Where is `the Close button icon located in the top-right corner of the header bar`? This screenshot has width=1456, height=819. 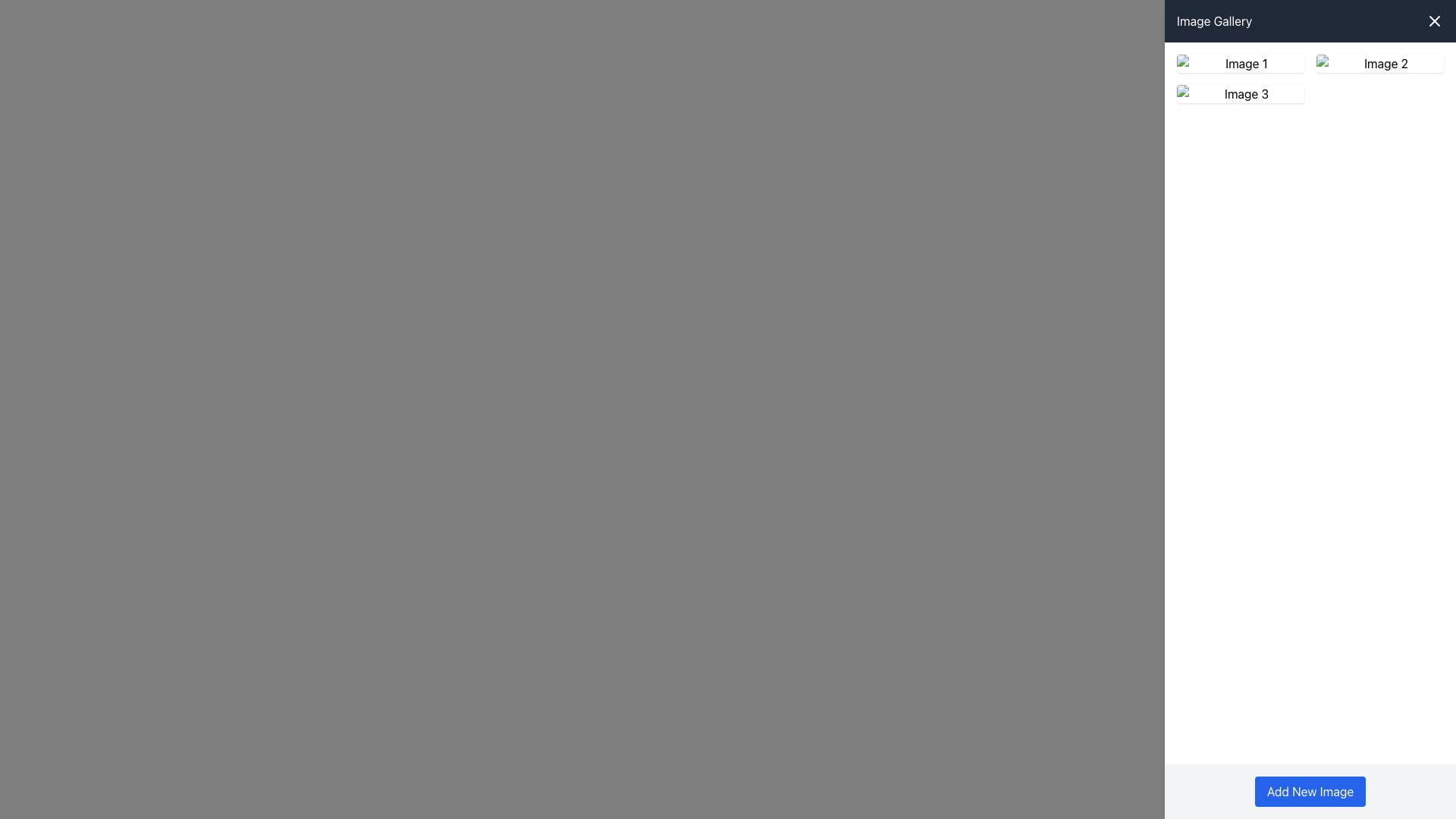
the Close button icon located in the top-right corner of the header bar is located at coordinates (1433, 20).